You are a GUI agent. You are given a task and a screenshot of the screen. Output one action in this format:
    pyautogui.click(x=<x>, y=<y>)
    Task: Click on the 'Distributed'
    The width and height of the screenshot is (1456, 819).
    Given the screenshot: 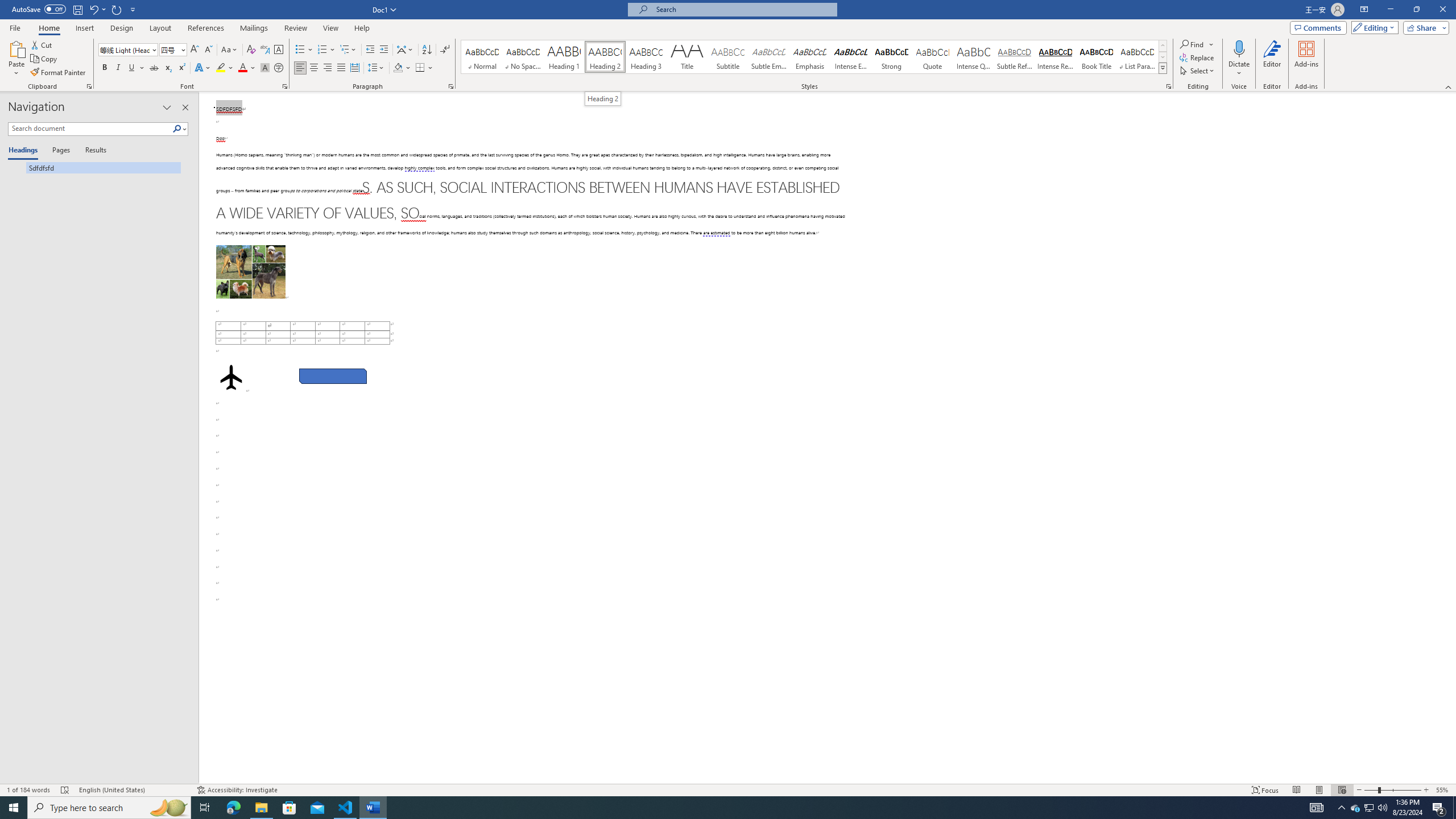 What is the action you would take?
    pyautogui.click(x=354, y=67)
    